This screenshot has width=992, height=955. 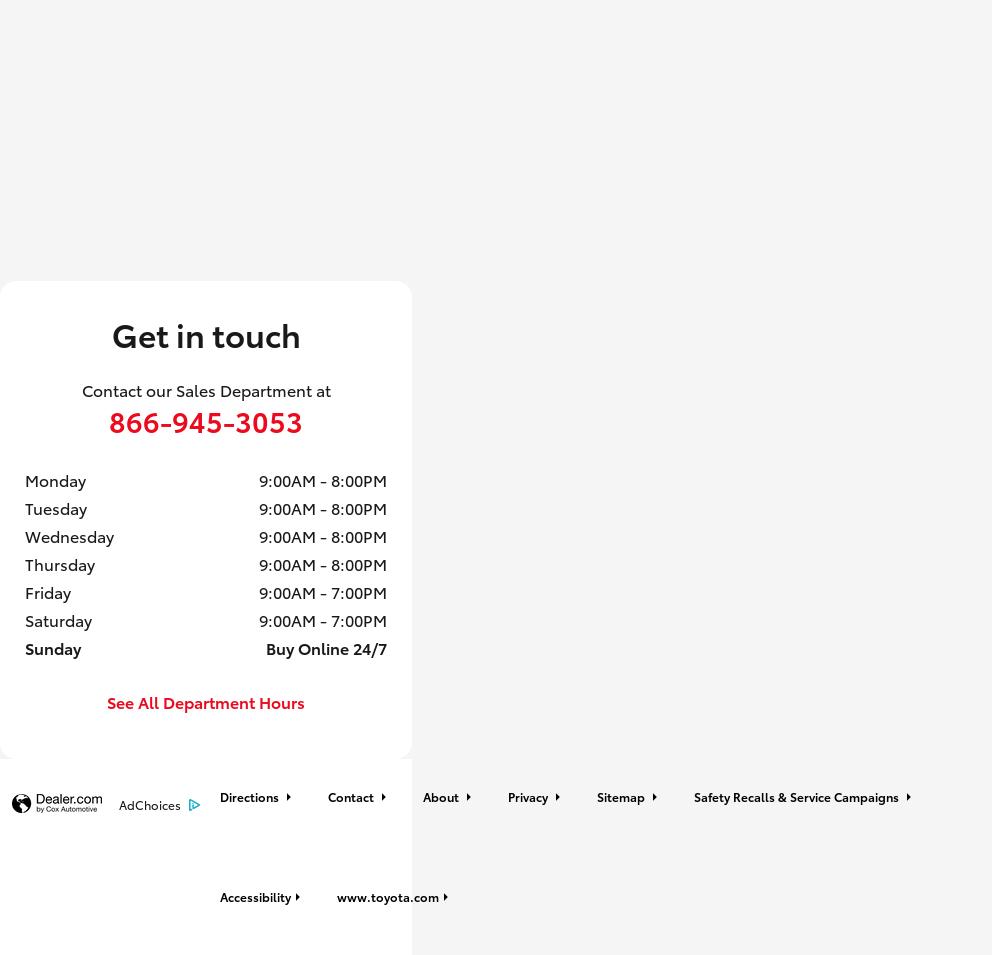 What do you see at coordinates (204, 332) in the screenshot?
I see `'Get in touch'` at bounding box center [204, 332].